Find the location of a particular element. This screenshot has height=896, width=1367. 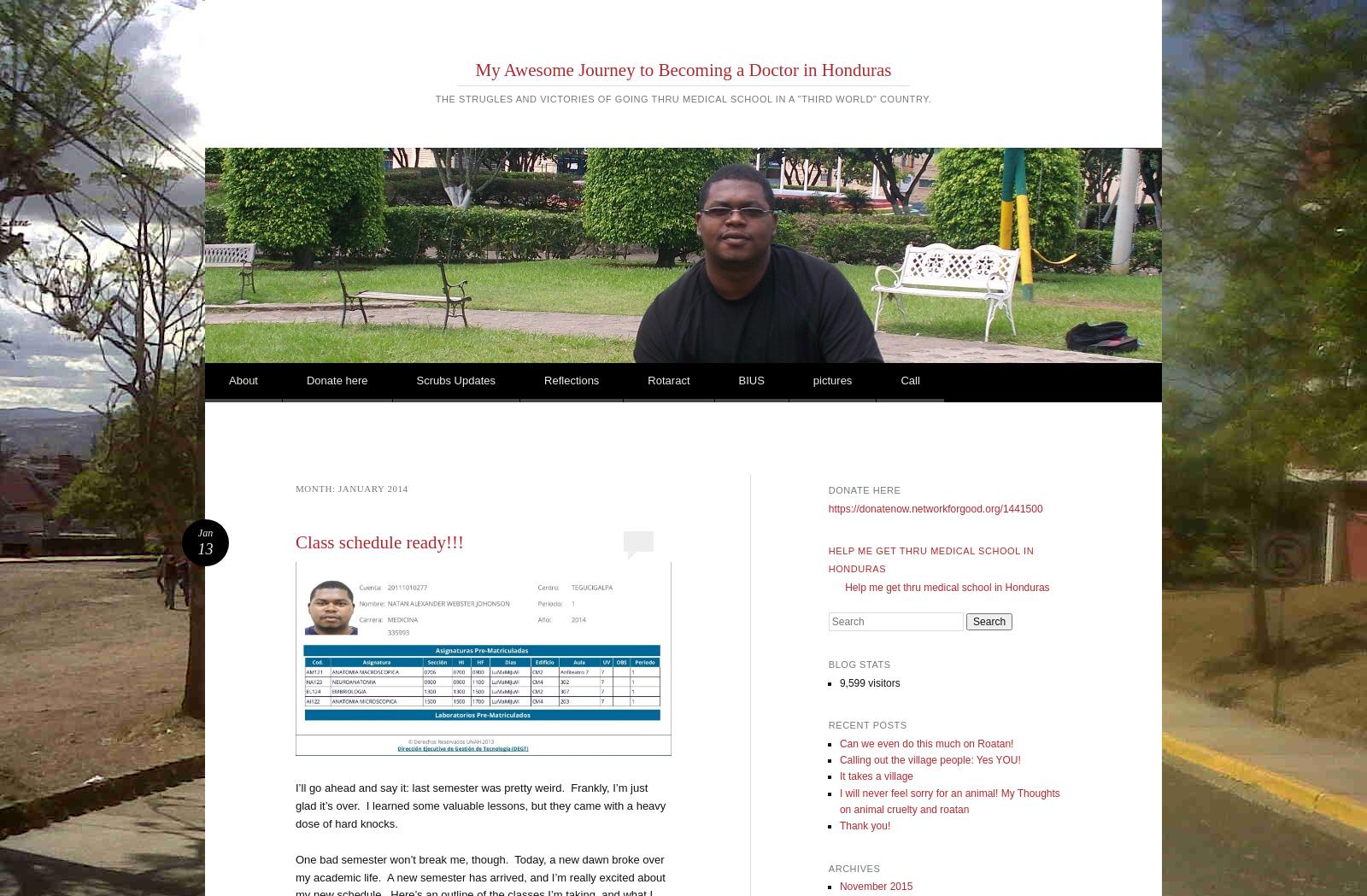

'Blog Stats' is located at coordinates (859, 665).